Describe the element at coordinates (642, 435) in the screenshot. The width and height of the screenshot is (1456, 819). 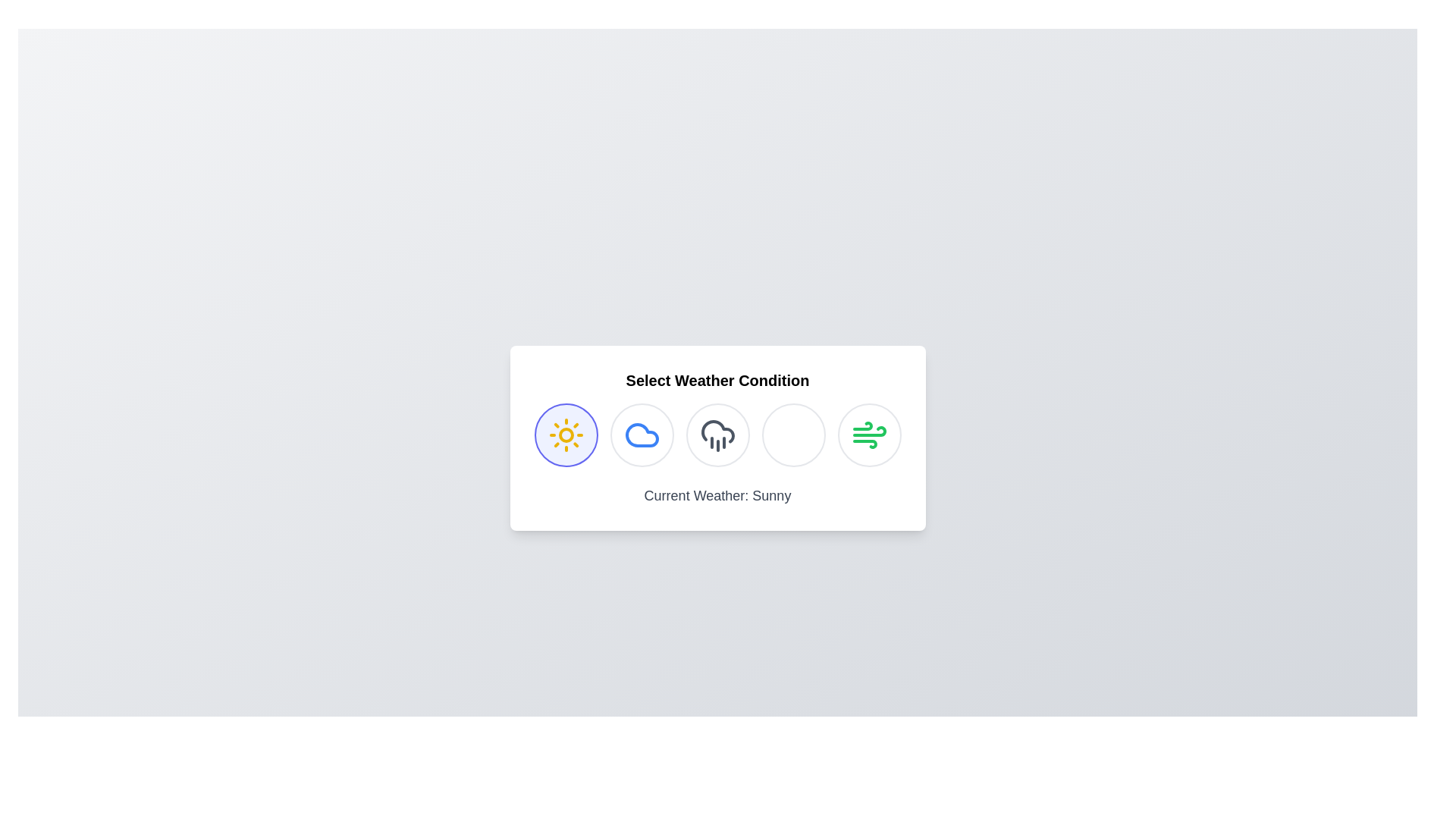
I see `the circular button with a blue cloud icon, which is the second in a row of weather icons` at that location.